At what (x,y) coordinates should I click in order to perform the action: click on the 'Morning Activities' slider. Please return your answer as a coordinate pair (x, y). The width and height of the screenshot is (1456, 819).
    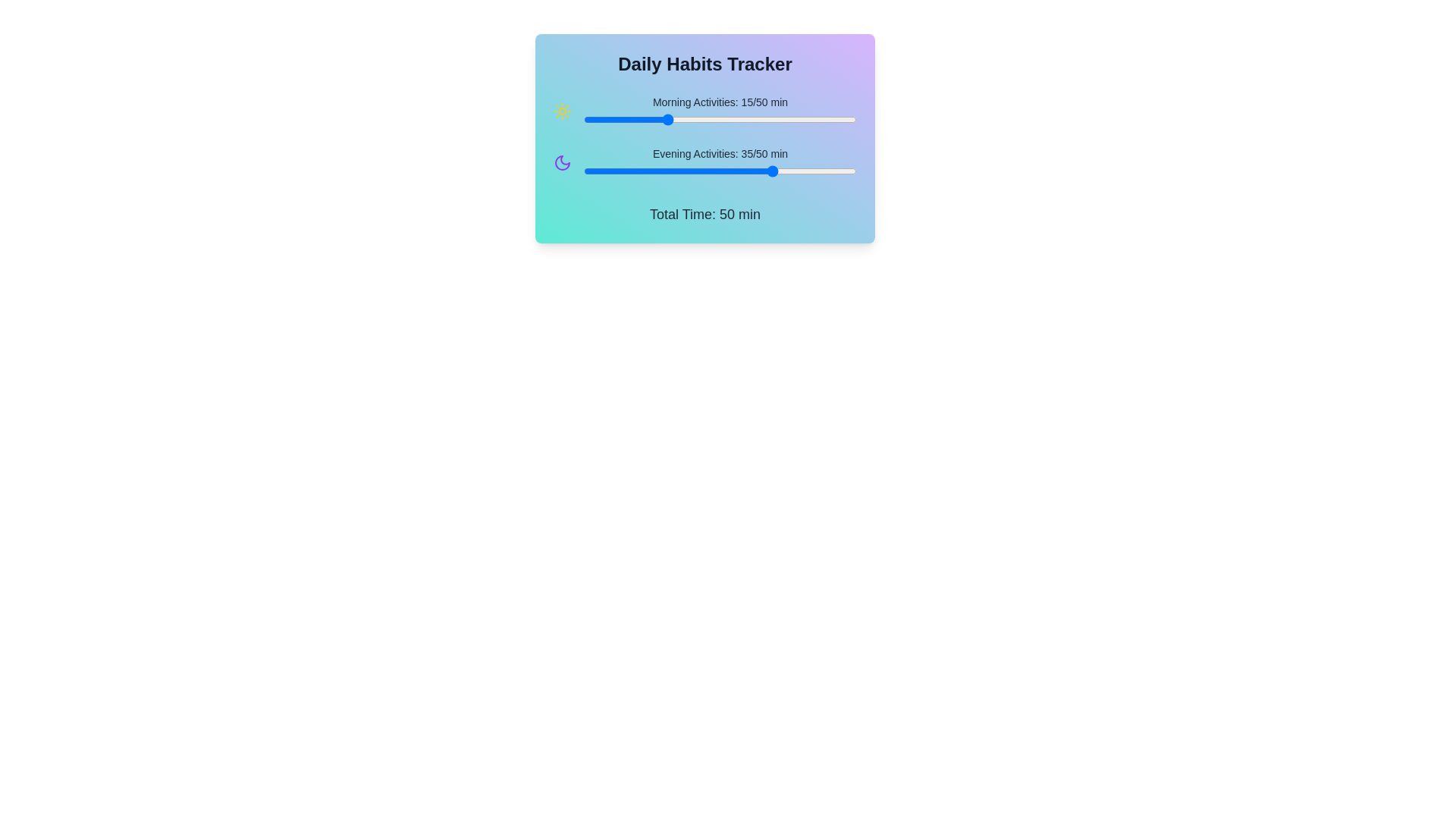
    Looking at the image, I should click on (725, 119).